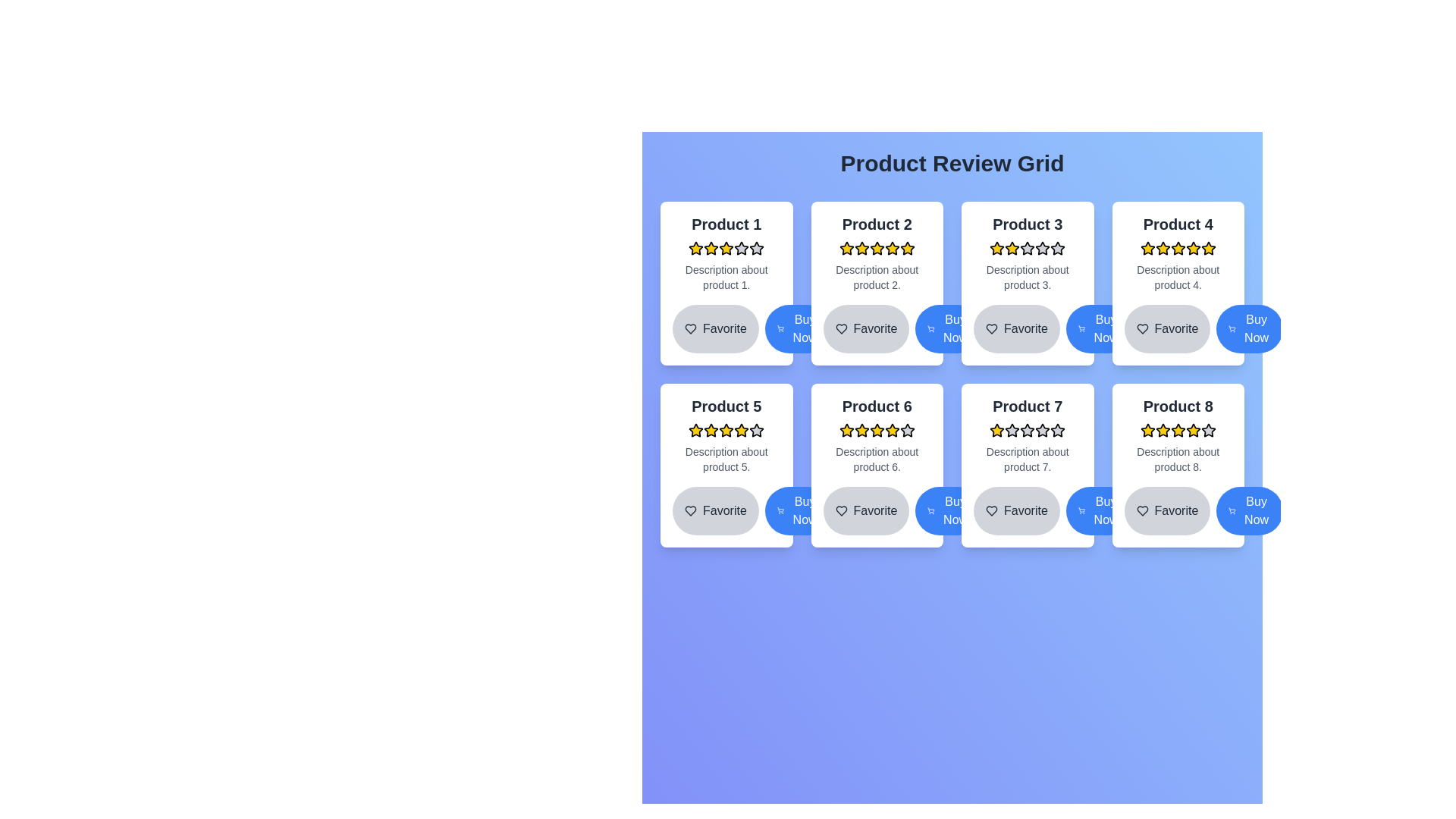 This screenshot has height=819, width=1456. Describe the element at coordinates (1057, 247) in the screenshot. I see `the second star of the rating component, which is a semi-filled yellow star located in the third product card of the grid layout, to adjust the rating` at that location.